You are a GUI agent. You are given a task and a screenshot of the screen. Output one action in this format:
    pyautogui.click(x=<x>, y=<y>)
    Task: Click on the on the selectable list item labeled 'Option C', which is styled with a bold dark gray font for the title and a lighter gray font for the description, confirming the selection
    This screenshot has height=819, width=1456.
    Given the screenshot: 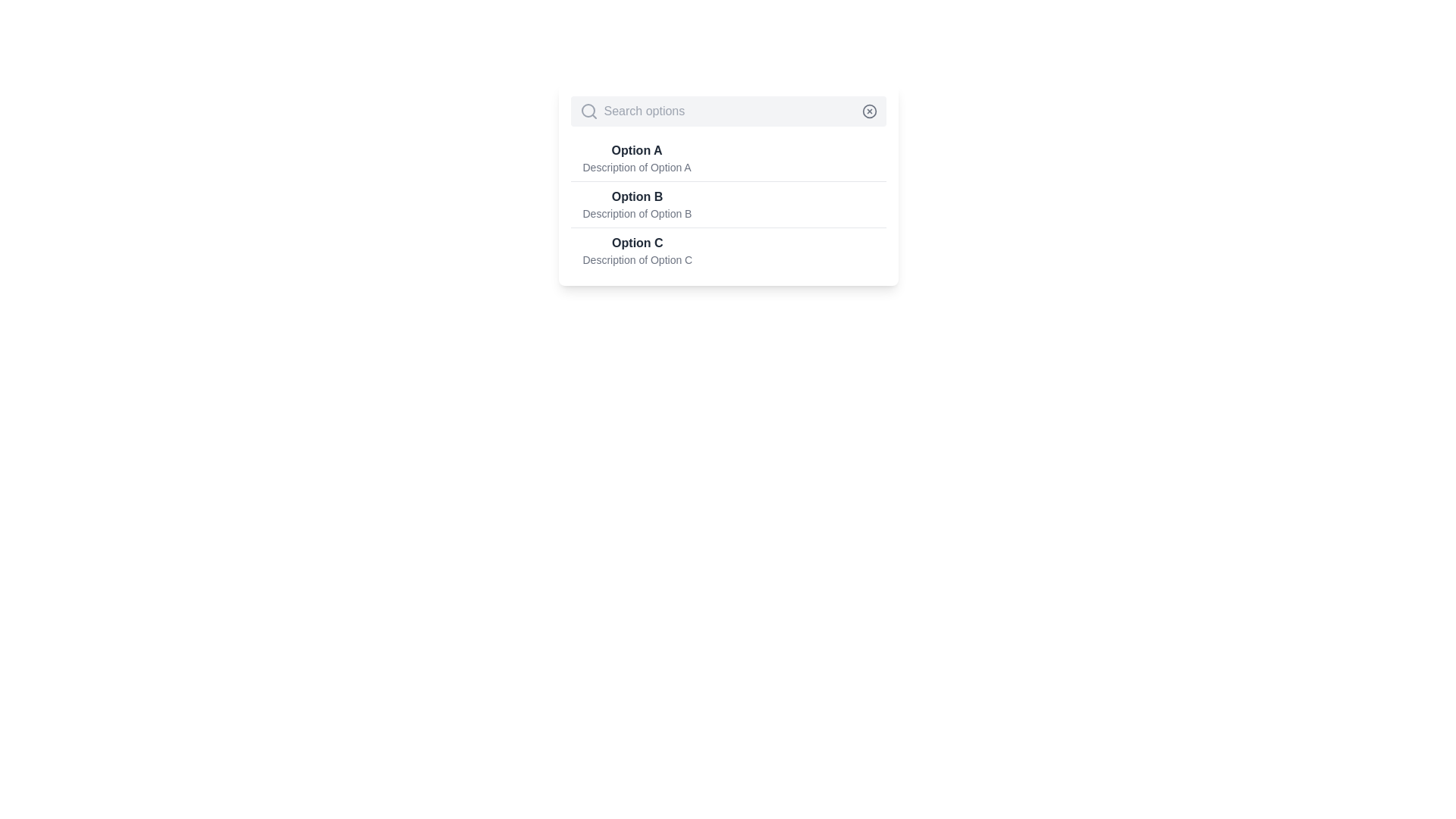 What is the action you would take?
    pyautogui.click(x=637, y=250)
    